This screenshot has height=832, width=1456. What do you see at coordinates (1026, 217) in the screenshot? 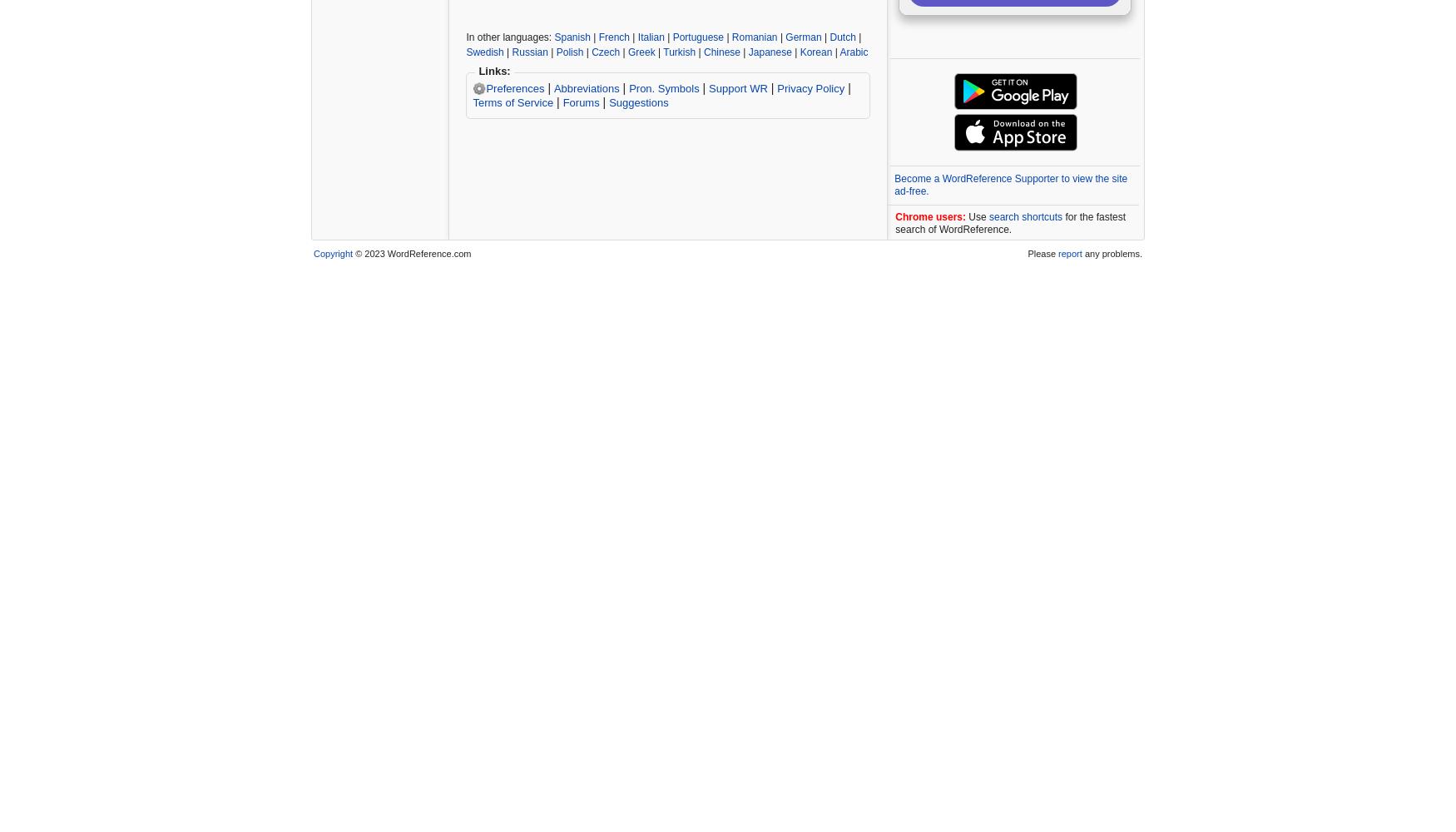
I see `'search shortcuts'` at bounding box center [1026, 217].